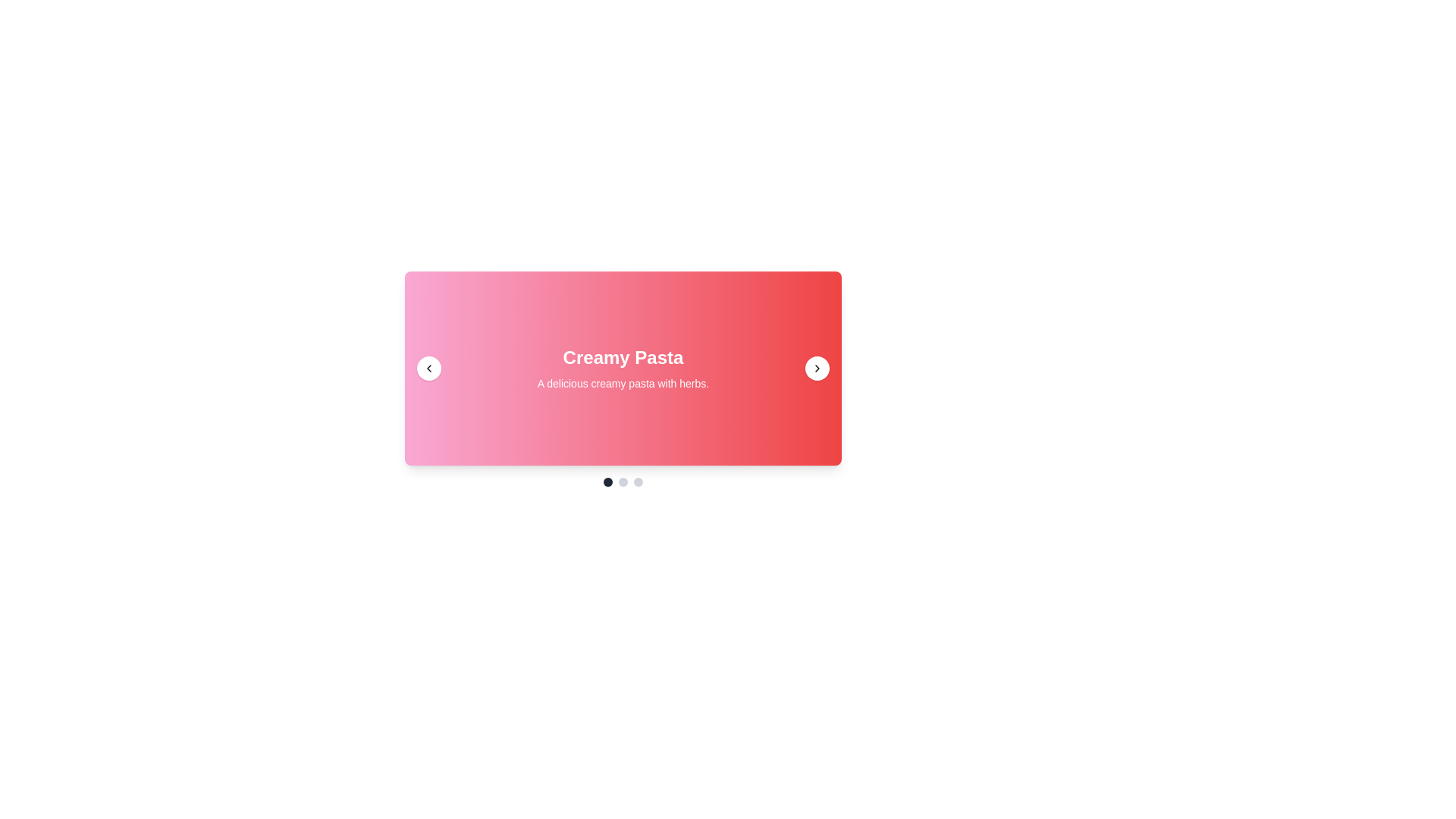 This screenshot has width=1456, height=819. What do you see at coordinates (623, 382) in the screenshot?
I see `the text block displaying 'A delicious creamy pasta with herbs.' located below the title 'Creamy Pasta' in a red-gradient background` at bounding box center [623, 382].